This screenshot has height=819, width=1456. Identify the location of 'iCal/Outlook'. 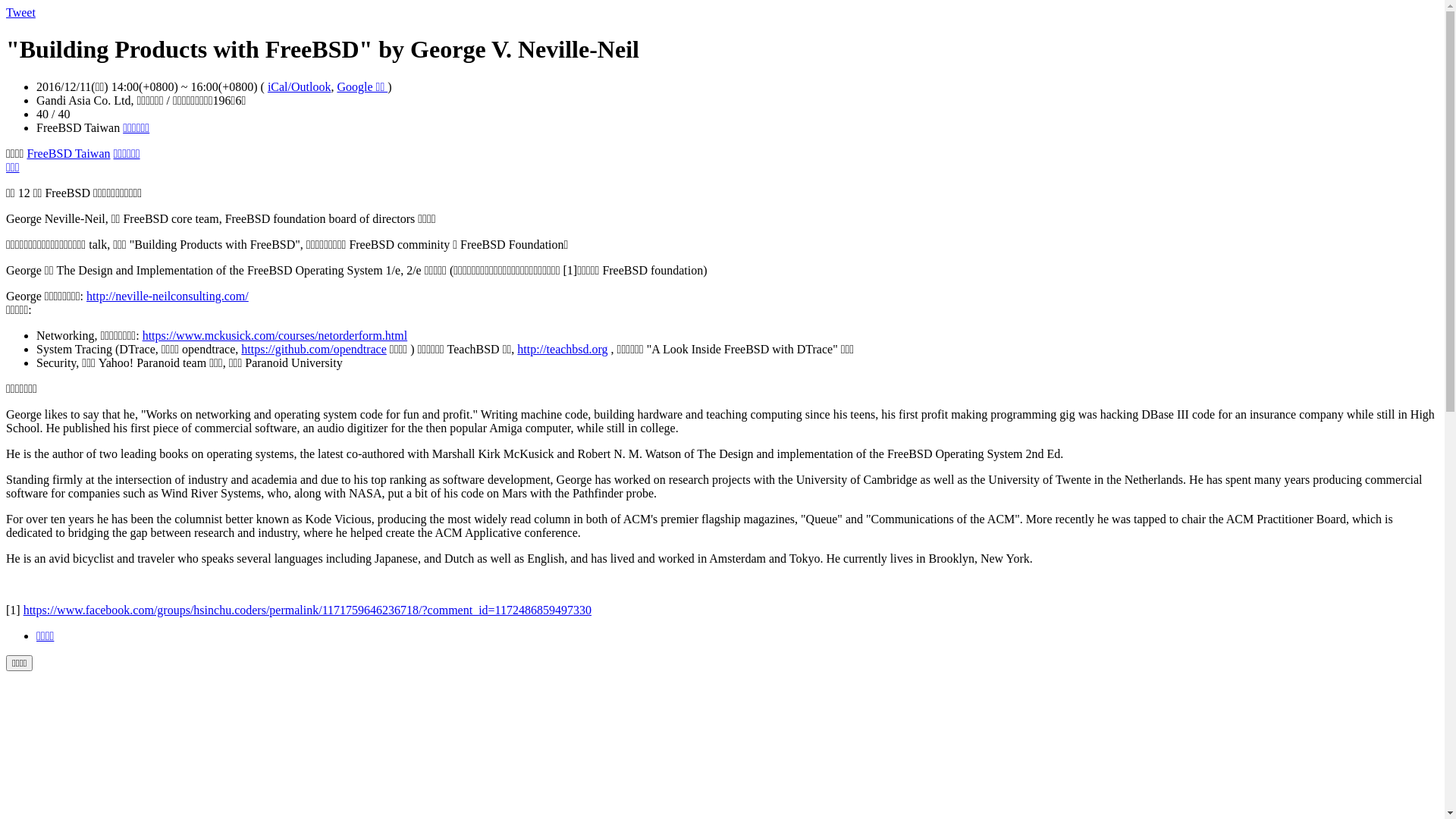
(268, 86).